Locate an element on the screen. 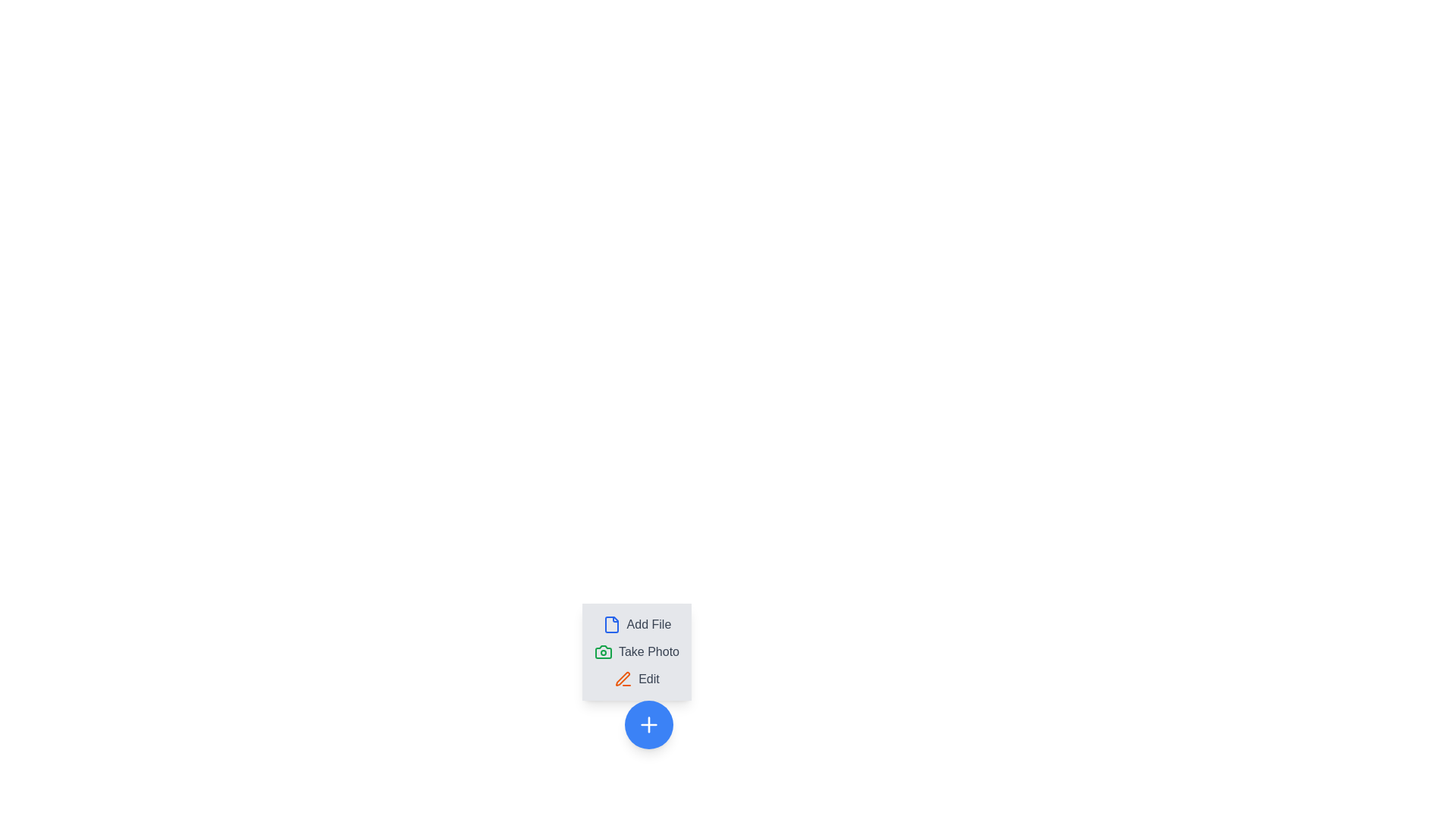 This screenshot has width=1456, height=819. the Text Label next to the camera icon is located at coordinates (648, 651).